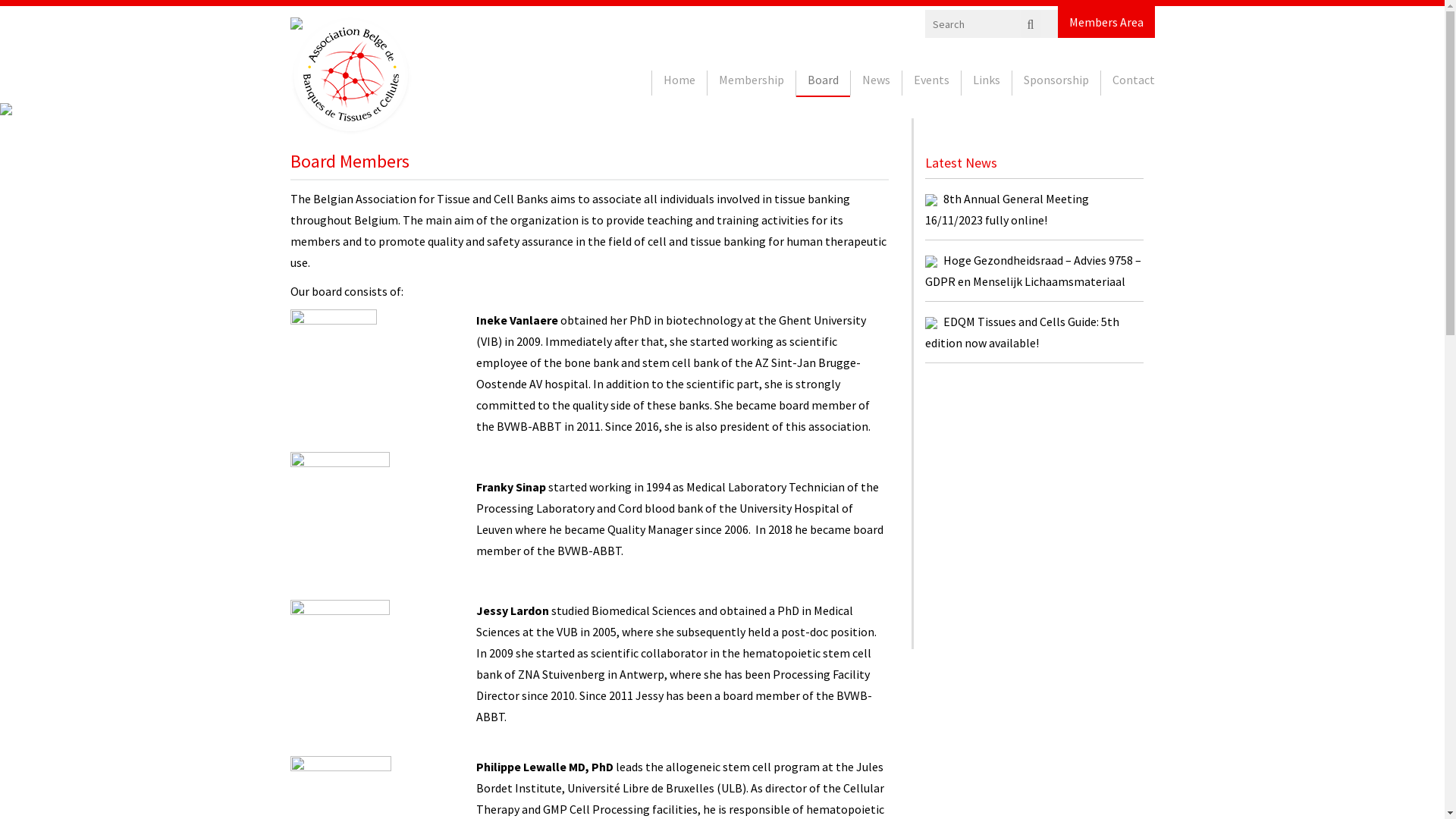  What do you see at coordinates (996, 24) in the screenshot?
I see `'Search for:'` at bounding box center [996, 24].